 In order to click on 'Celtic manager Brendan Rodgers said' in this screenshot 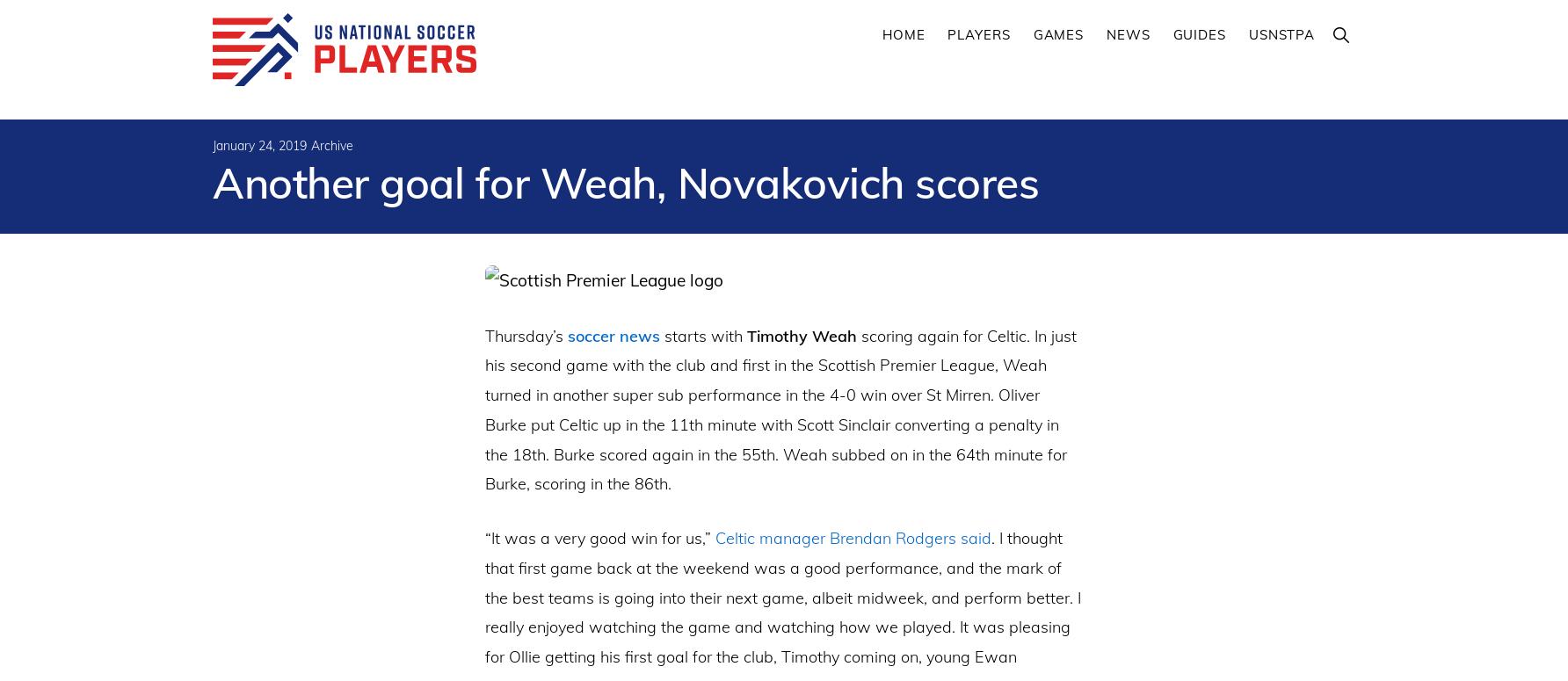, I will do `click(715, 538)`.